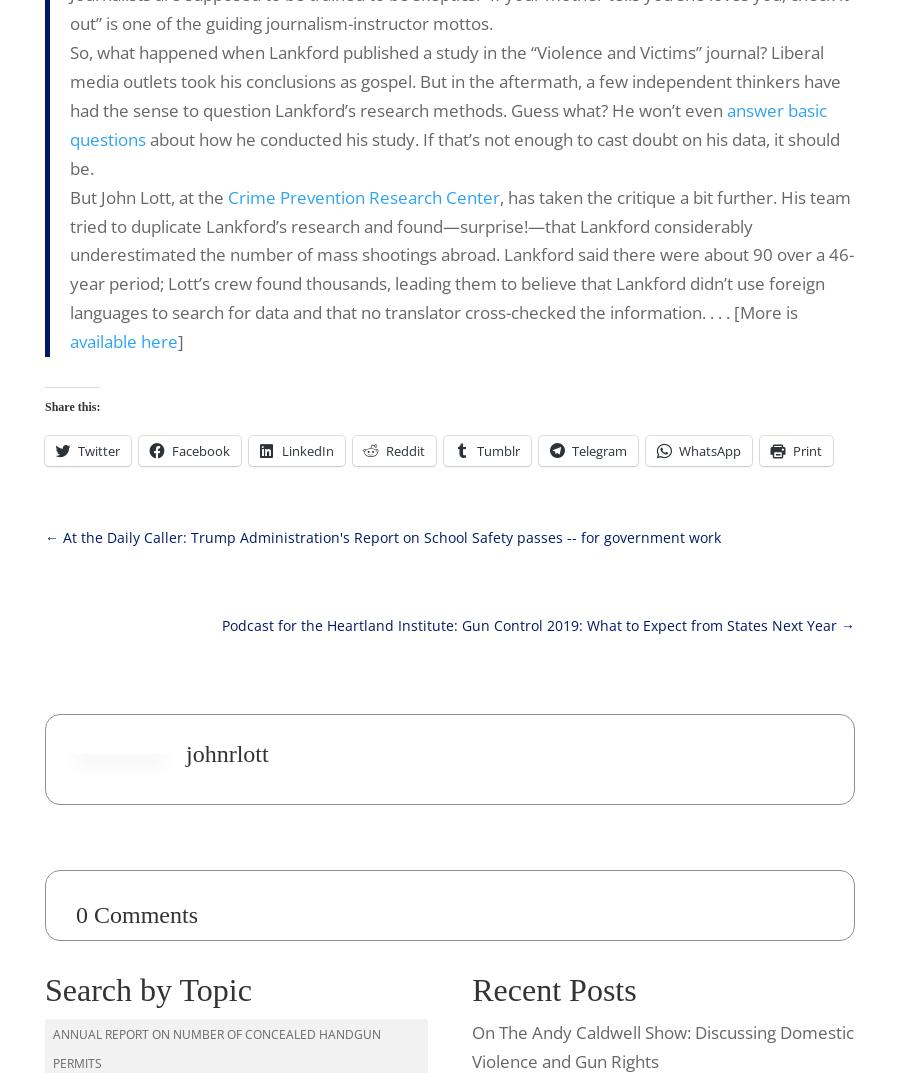 This screenshot has height=1073, width=900. I want to click on 'Podcast for the Heartland Institute: Gun Control 2019: What to Expect from States Next Year', so click(528, 624).